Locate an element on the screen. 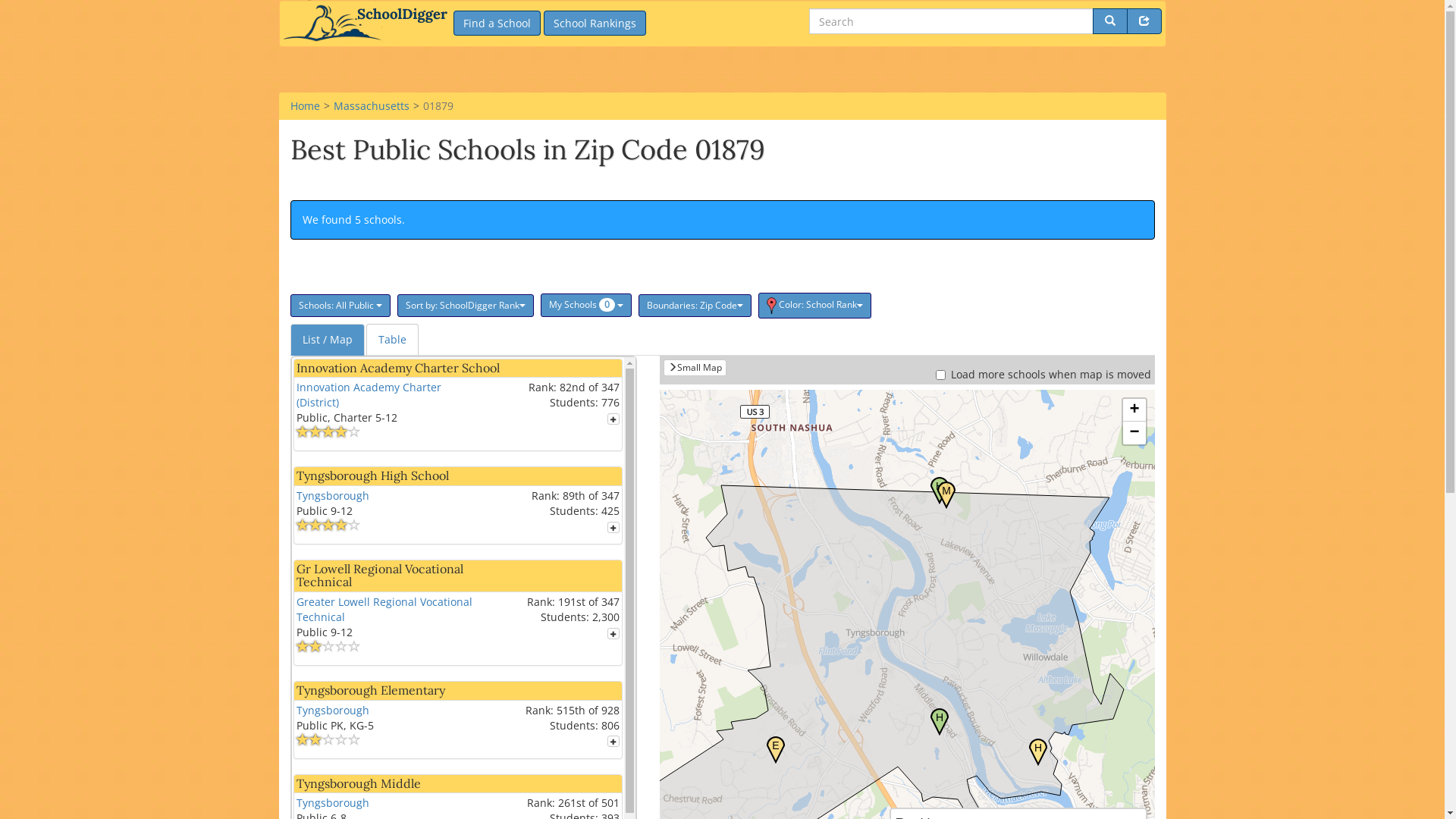 Image resolution: width=1456 pixels, height=819 pixels. 'Tyngsborough Middle' is located at coordinates (356, 783).